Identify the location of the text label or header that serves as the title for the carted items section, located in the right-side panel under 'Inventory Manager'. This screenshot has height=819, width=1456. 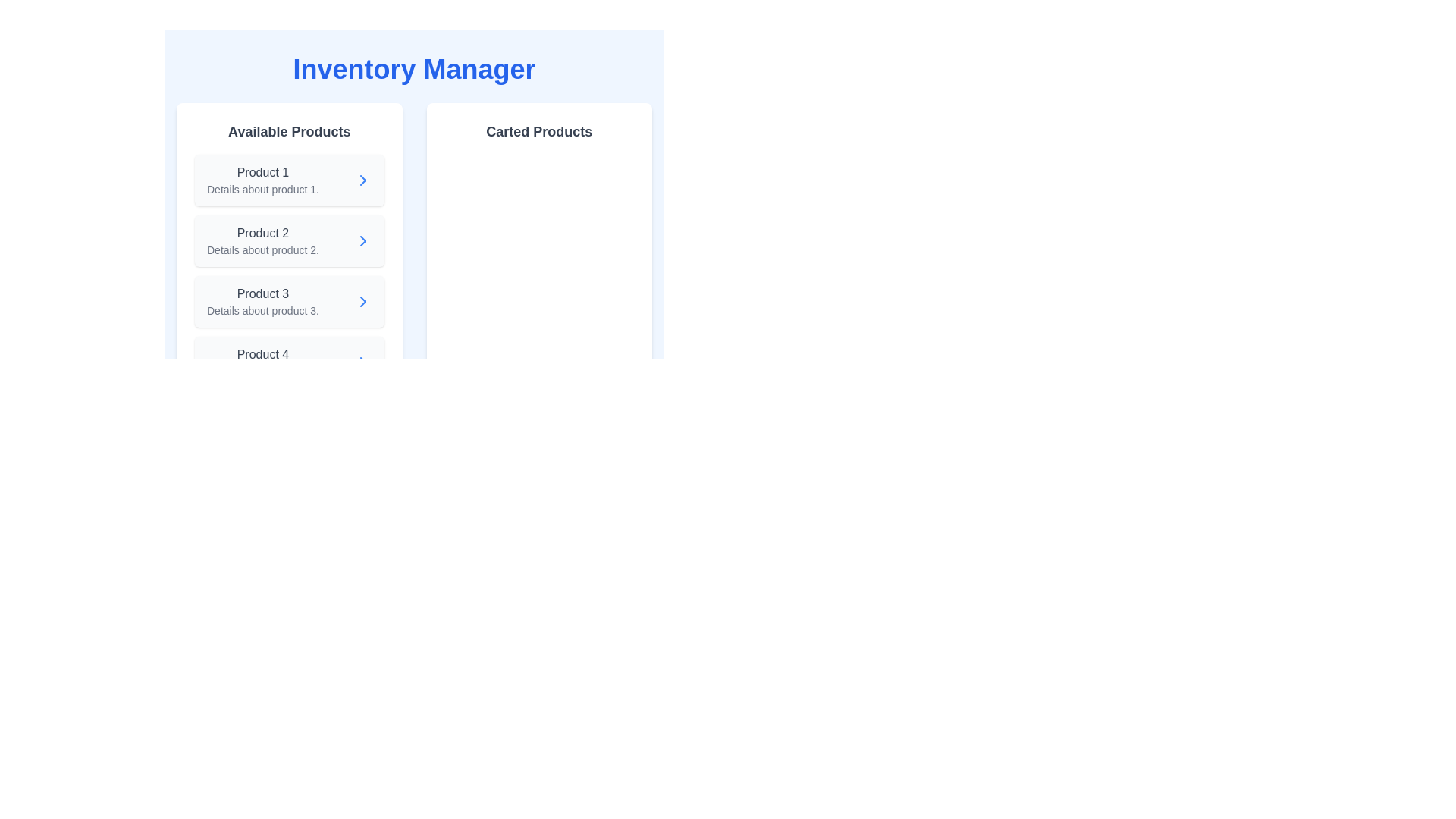
(539, 130).